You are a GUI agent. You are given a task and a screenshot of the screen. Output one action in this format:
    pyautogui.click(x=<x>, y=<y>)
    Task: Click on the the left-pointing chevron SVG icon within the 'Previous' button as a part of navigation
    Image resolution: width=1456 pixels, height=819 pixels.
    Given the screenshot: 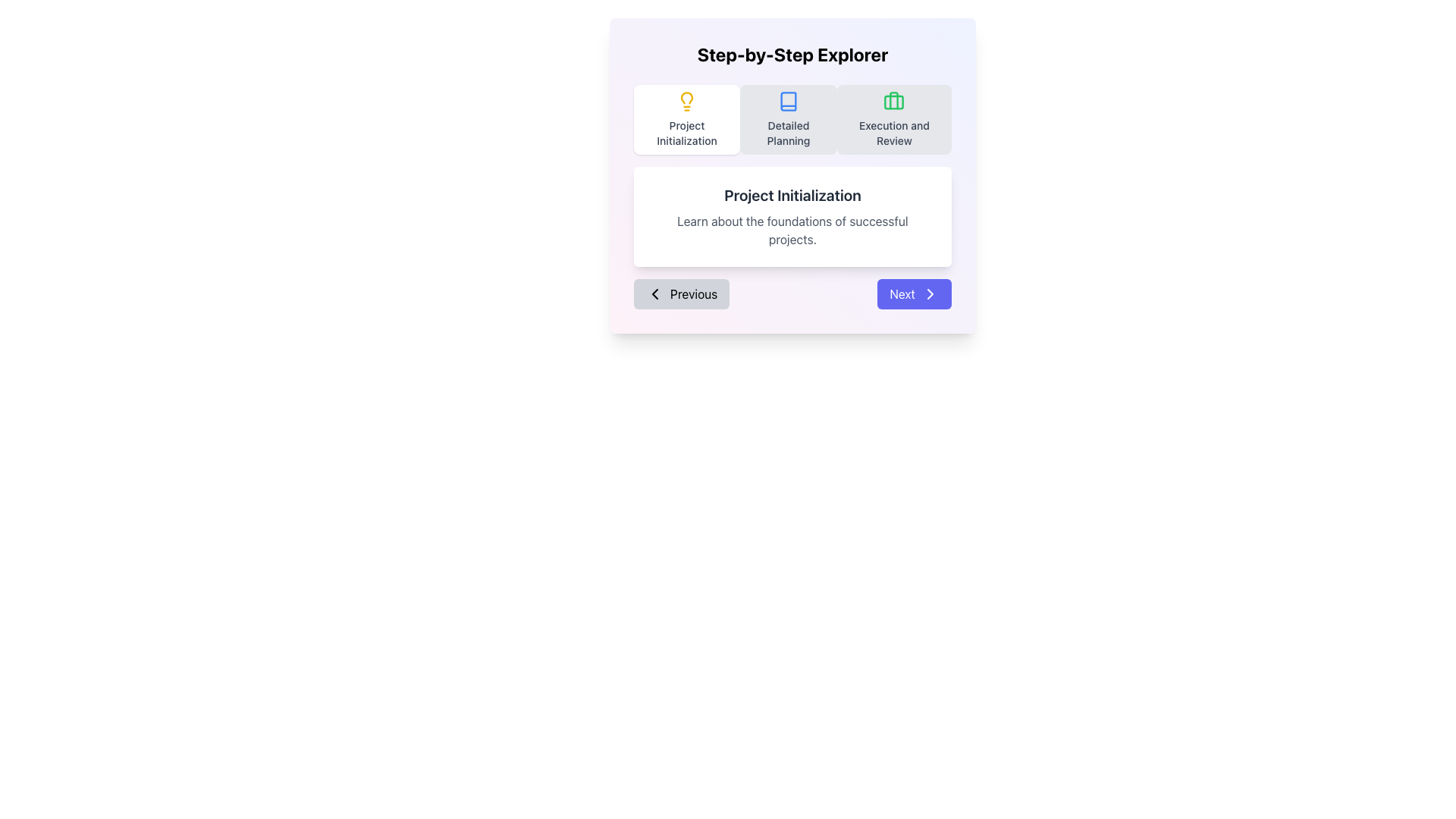 What is the action you would take?
    pyautogui.click(x=655, y=294)
    